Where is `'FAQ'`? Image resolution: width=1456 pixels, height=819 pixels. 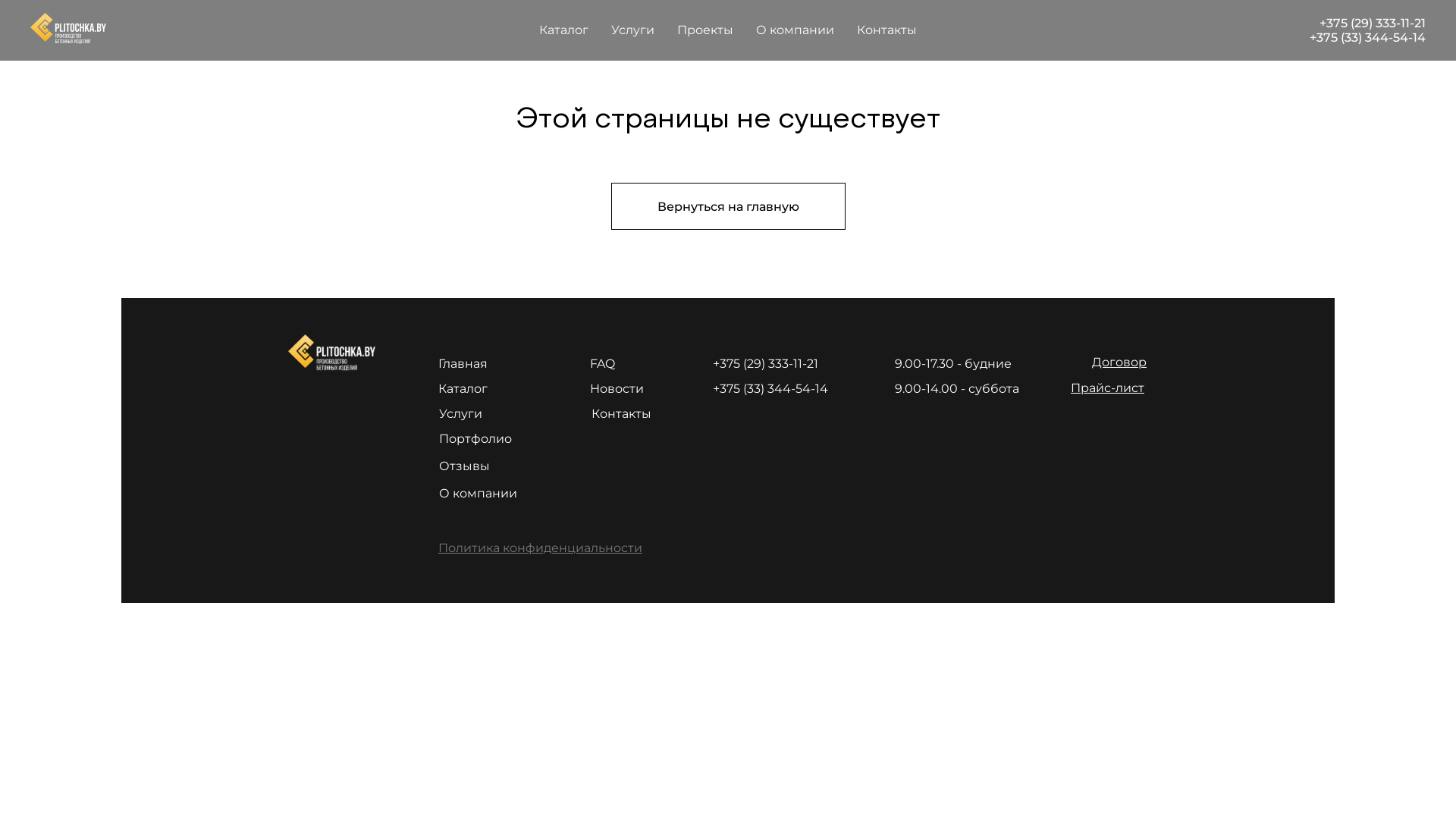
'FAQ' is located at coordinates (601, 363).